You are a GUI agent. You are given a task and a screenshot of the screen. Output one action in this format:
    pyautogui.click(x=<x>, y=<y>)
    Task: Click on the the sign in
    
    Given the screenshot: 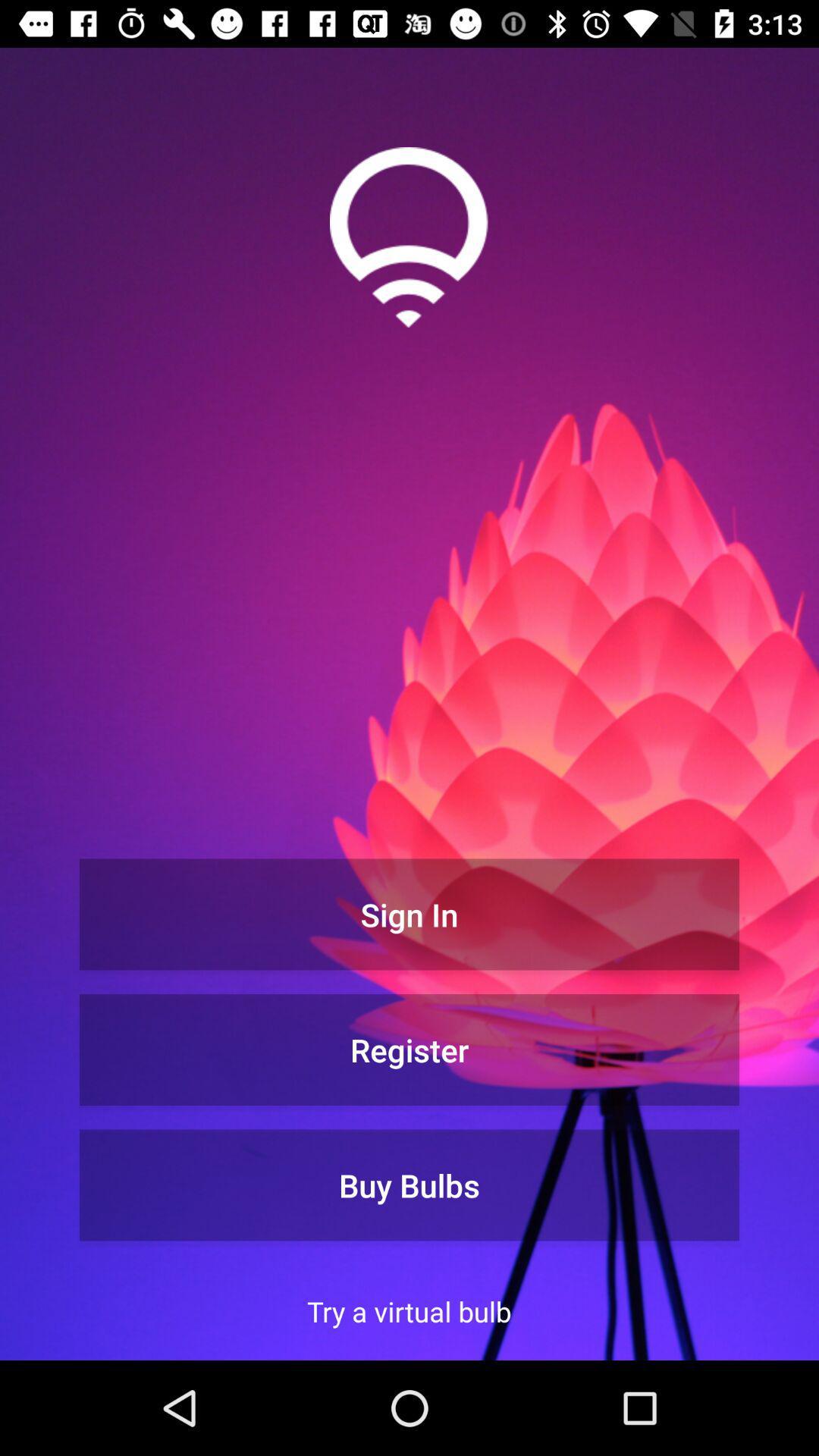 What is the action you would take?
    pyautogui.click(x=409, y=913)
    